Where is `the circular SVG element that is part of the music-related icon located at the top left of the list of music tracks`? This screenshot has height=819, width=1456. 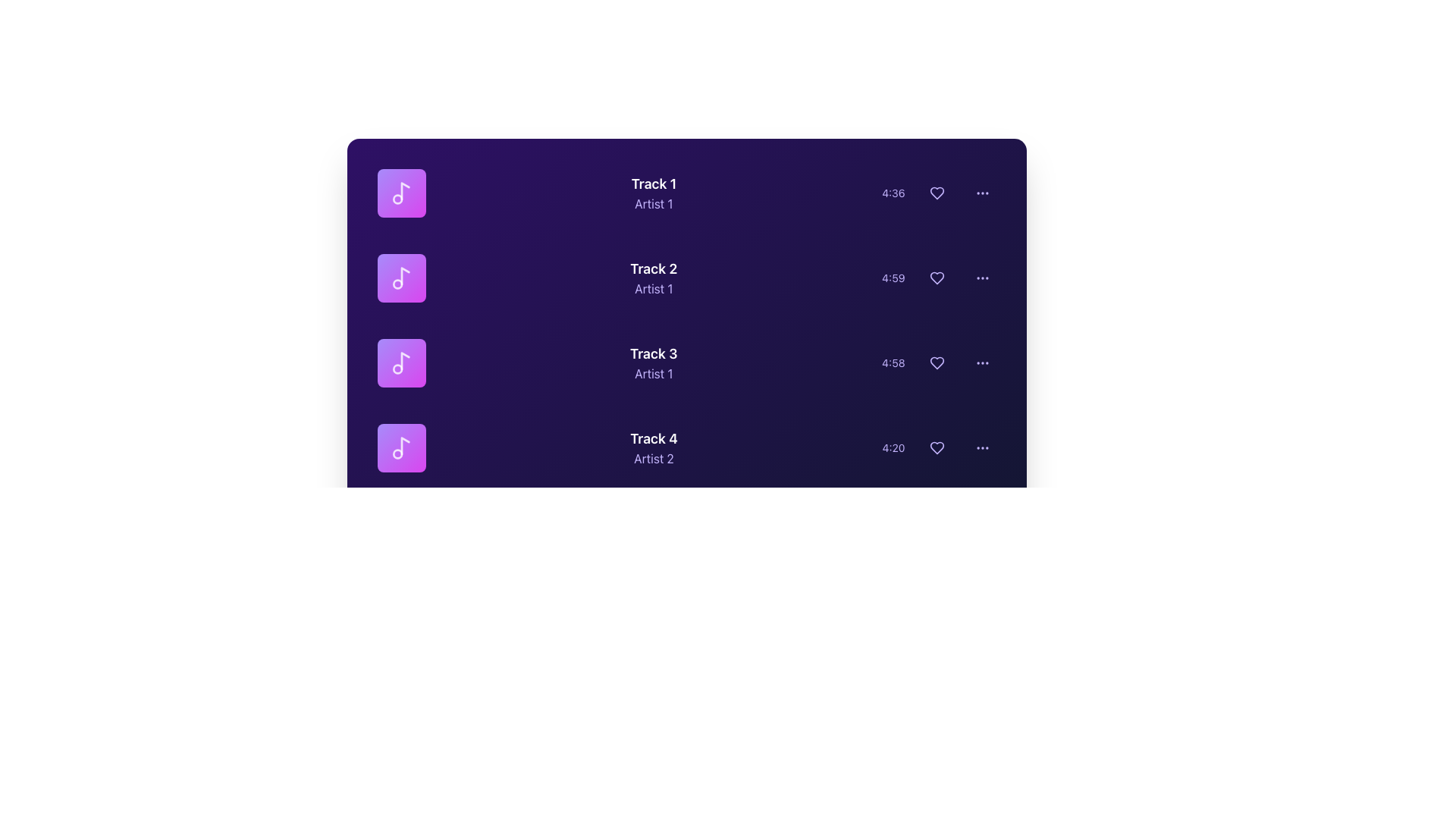
the circular SVG element that is part of the music-related icon located at the top left of the list of music tracks is located at coordinates (397, 198).